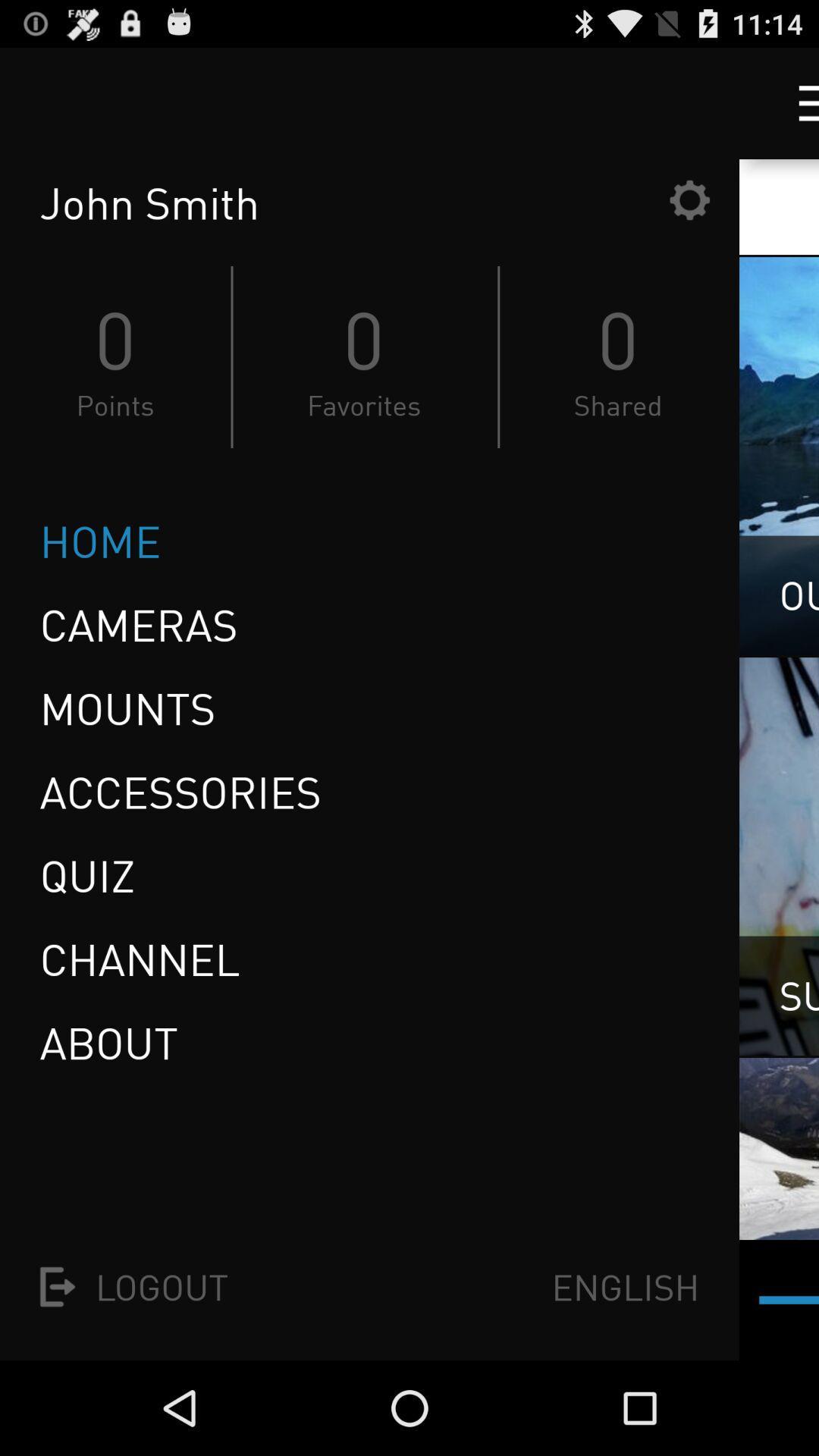 The width and height of the screenshot is (819, 1456). Describe the element at coordinates (689, 213) in the screenshot. I see `the settings icon` at that location.